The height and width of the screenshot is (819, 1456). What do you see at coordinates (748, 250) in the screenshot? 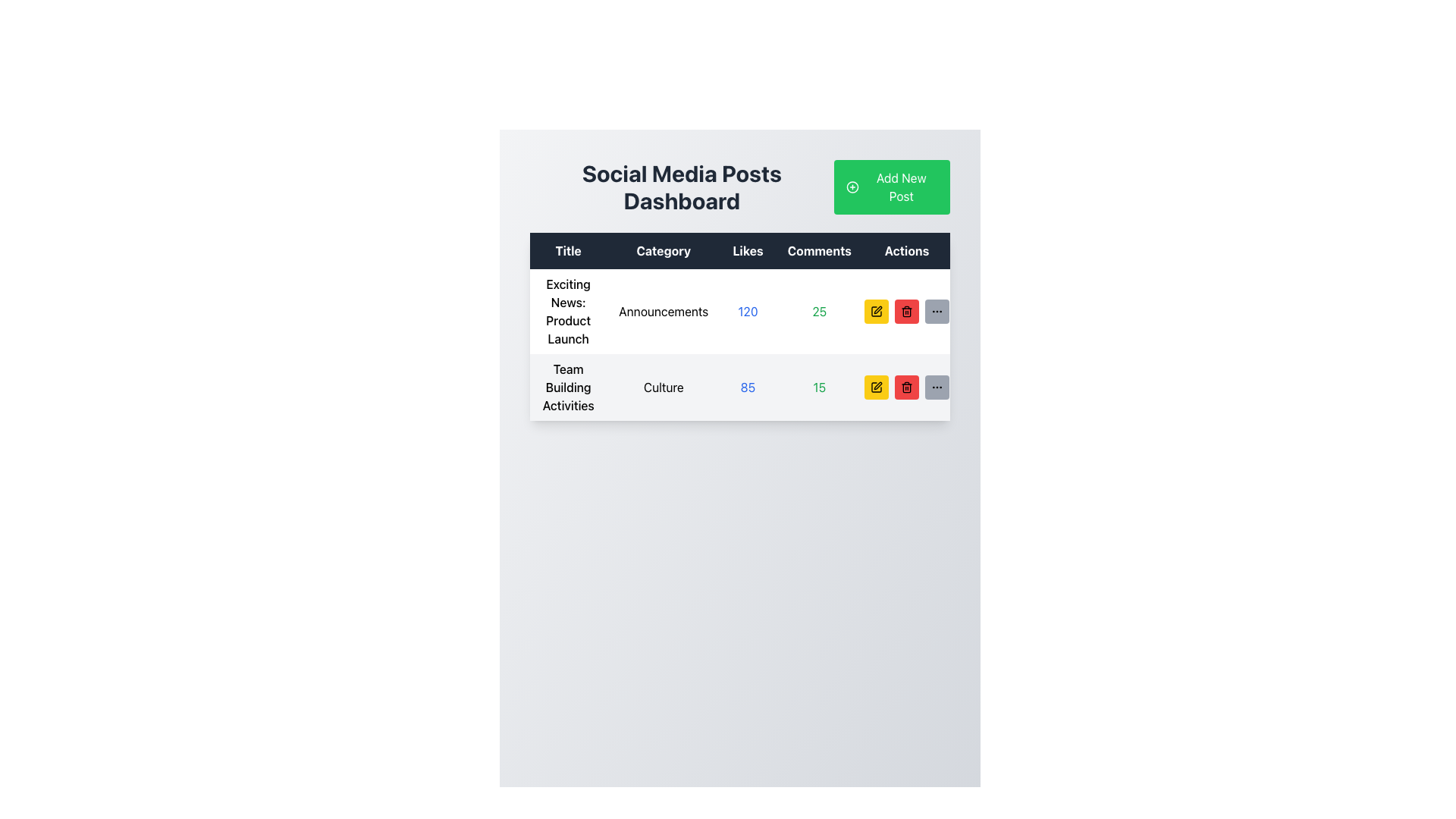
I see `the 'Likes' column header in the table, which serves as a static text indicating the data related to likes` at bounding box center [748, 250].